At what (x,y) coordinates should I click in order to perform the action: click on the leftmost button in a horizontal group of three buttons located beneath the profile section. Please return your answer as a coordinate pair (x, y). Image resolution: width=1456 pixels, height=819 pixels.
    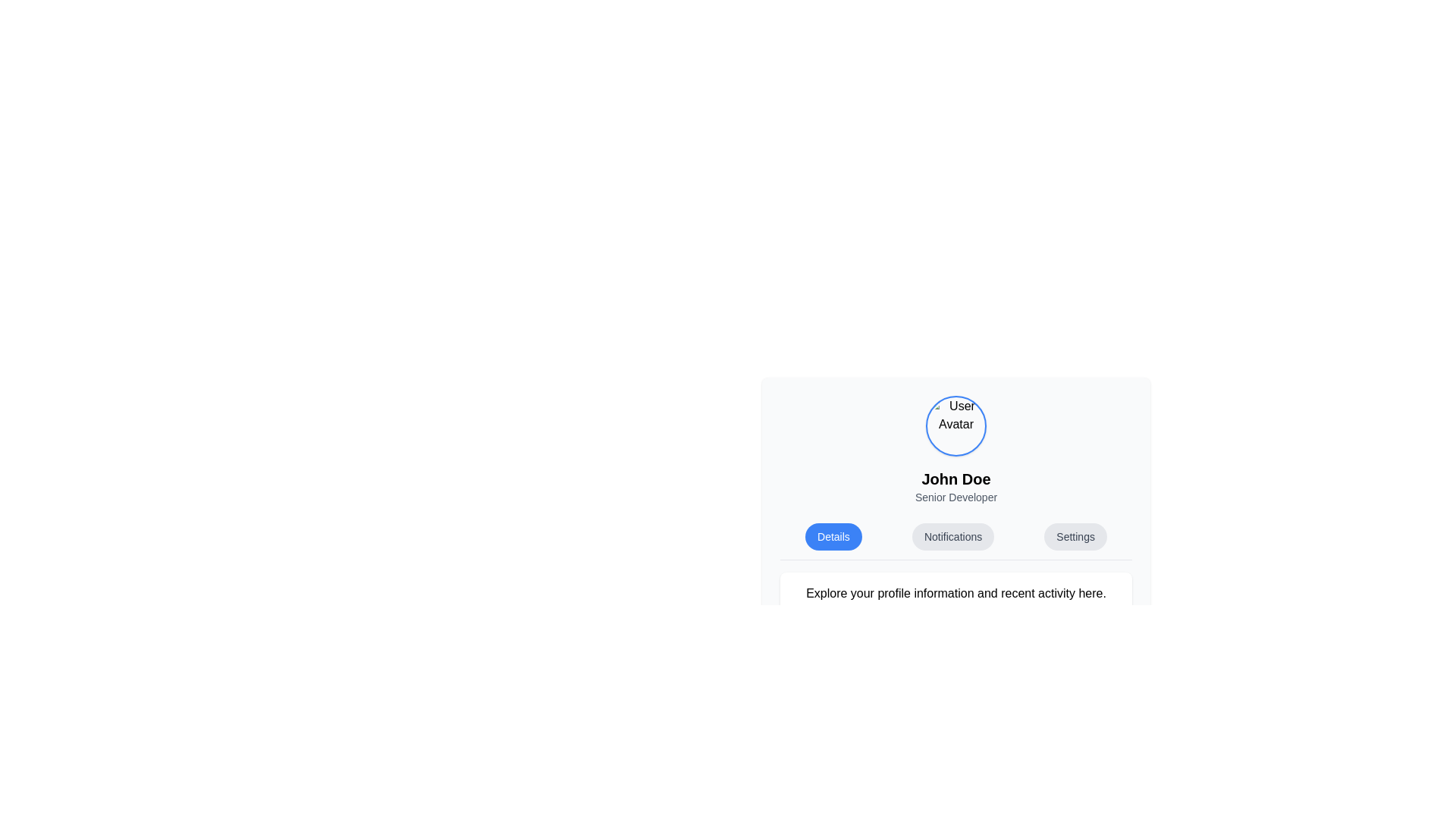
    Looking at the image, I should click on (833, 536).